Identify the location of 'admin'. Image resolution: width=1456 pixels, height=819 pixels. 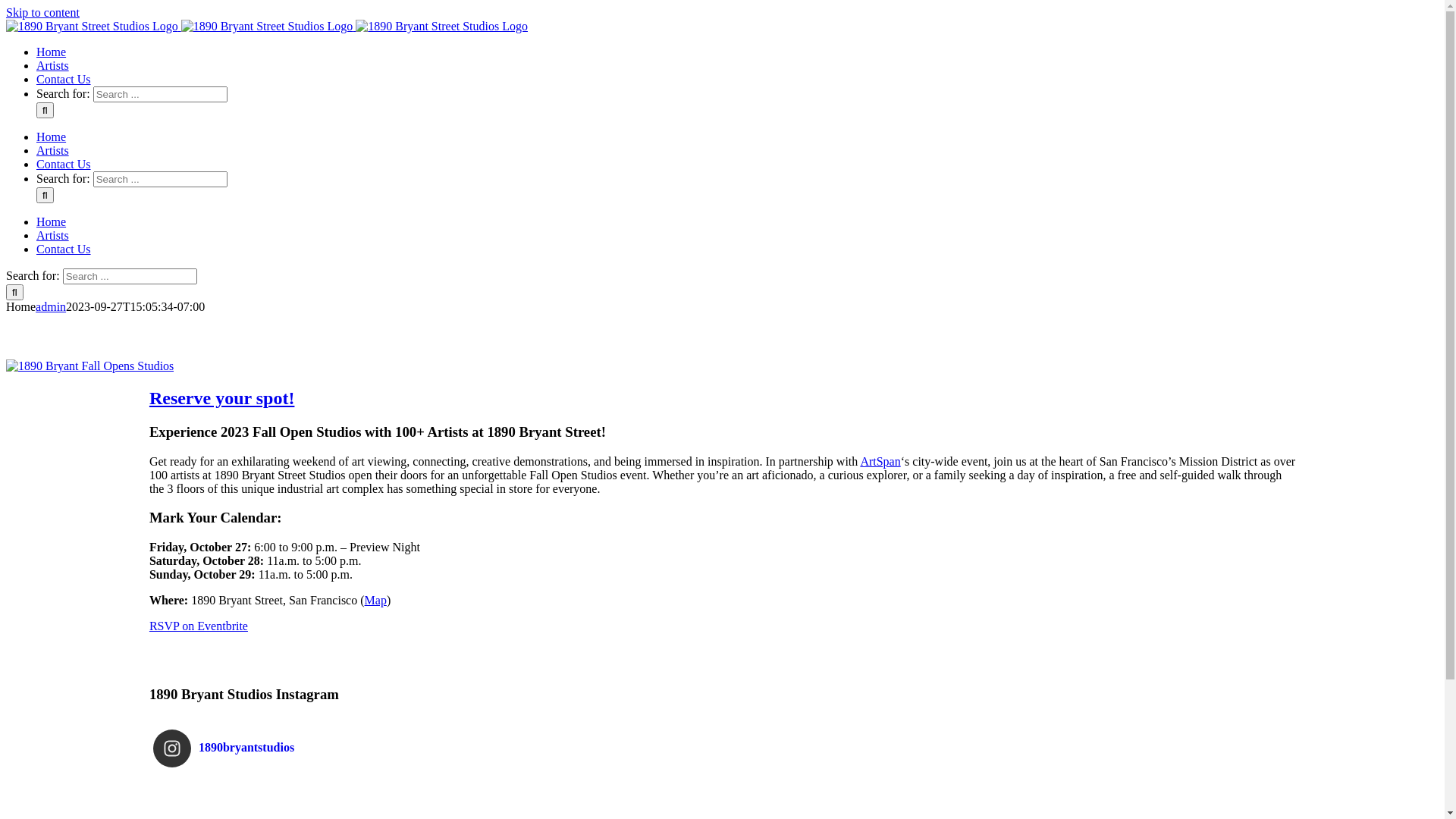
(36, 306).